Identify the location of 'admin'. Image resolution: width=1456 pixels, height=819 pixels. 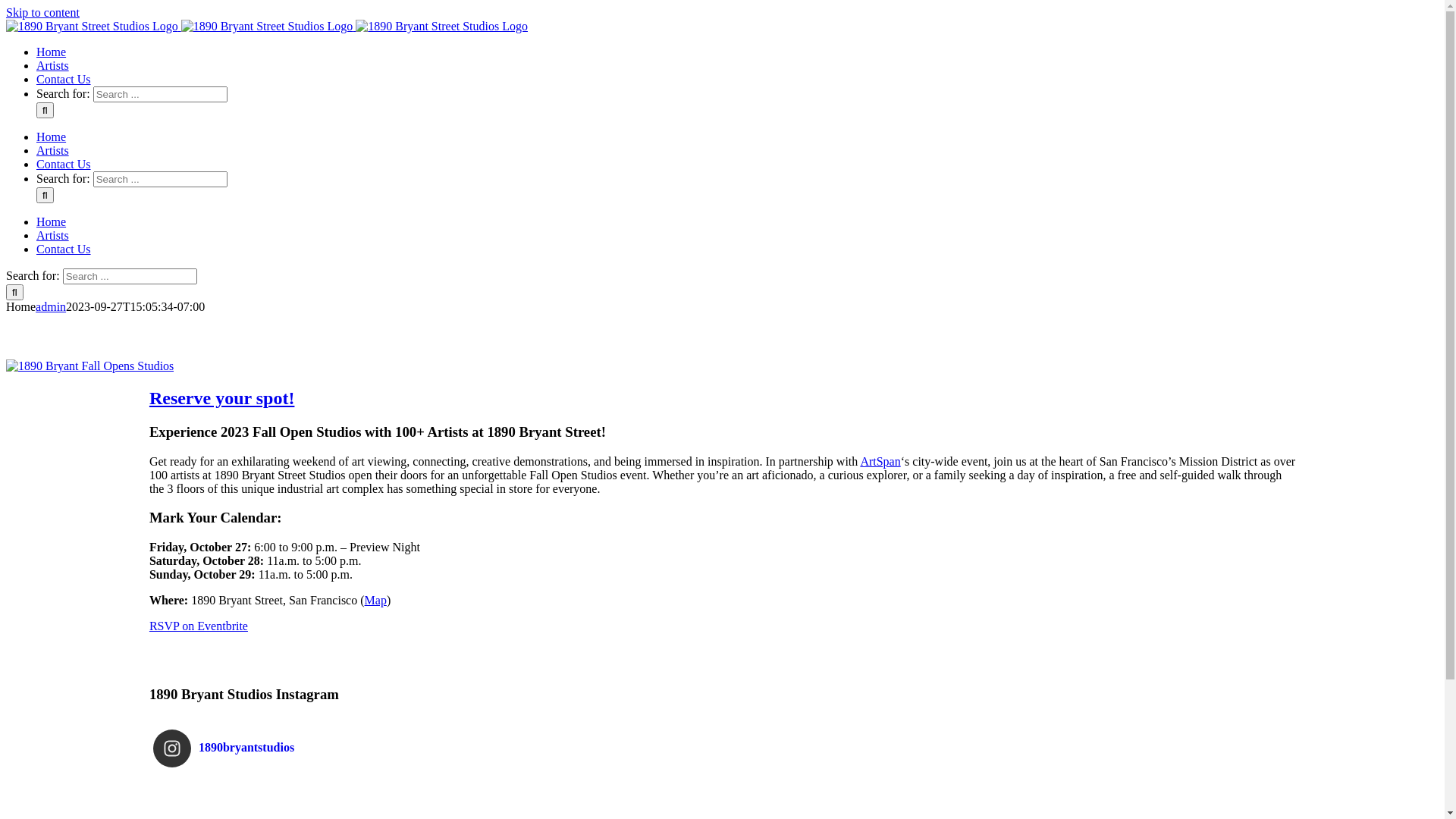
(36, 306).